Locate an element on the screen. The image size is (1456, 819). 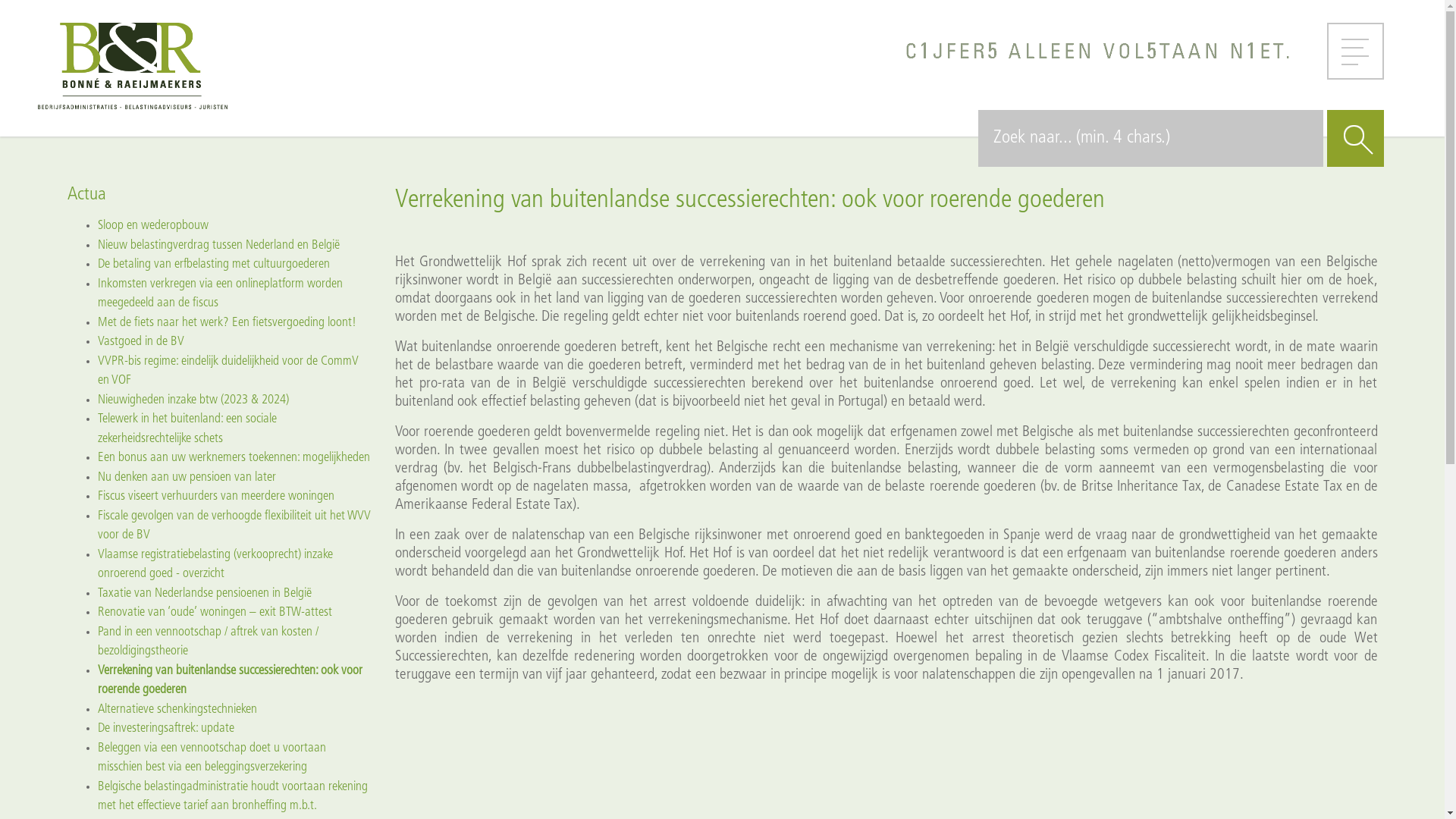
'Fiscus viseert verhuurders van meerdere woningen' is located at coordinates (96, 496).